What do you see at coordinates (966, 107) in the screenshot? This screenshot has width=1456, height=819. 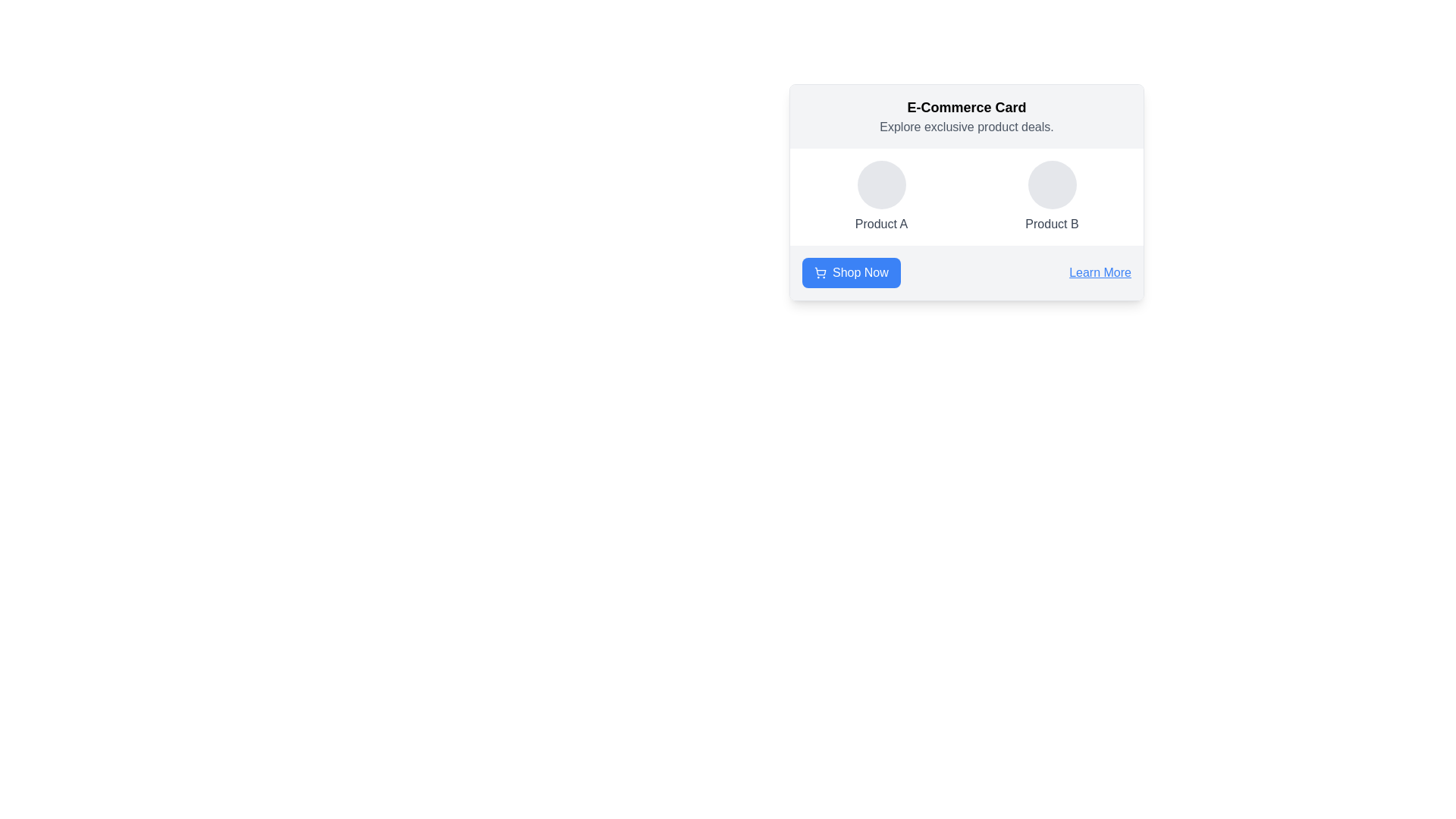 I see `the static text element that reads 'E-Commerce Card', which is styled in bold and large font, located at the top of a card-like interface with a light gray background` at bounding box center [966, 107].